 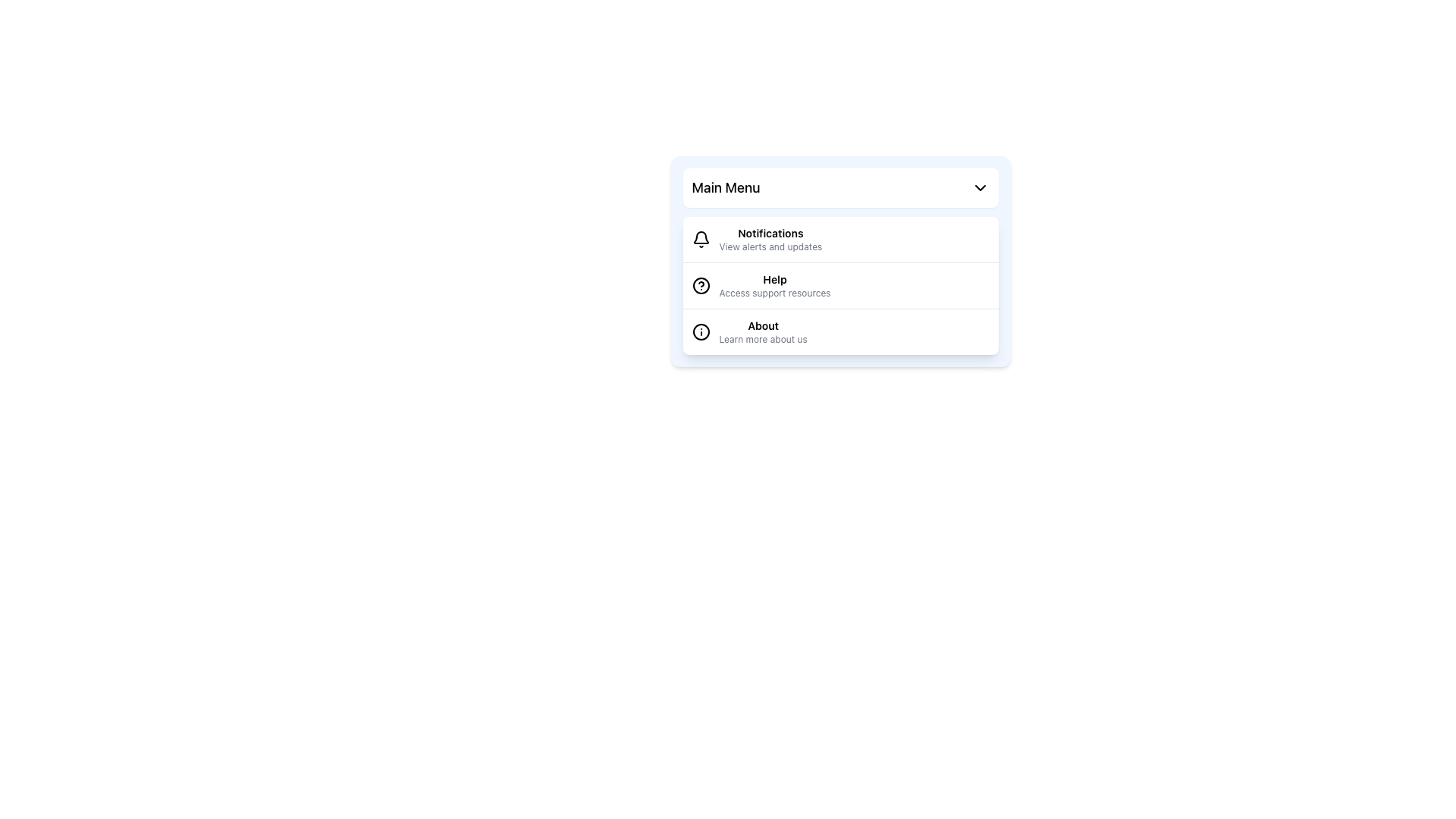 I want to click on the 'Help' text label in the dropdown menu that describes accessing support resources, which is located under 'Notifications' and above 'About', so click(x=775, y=286).